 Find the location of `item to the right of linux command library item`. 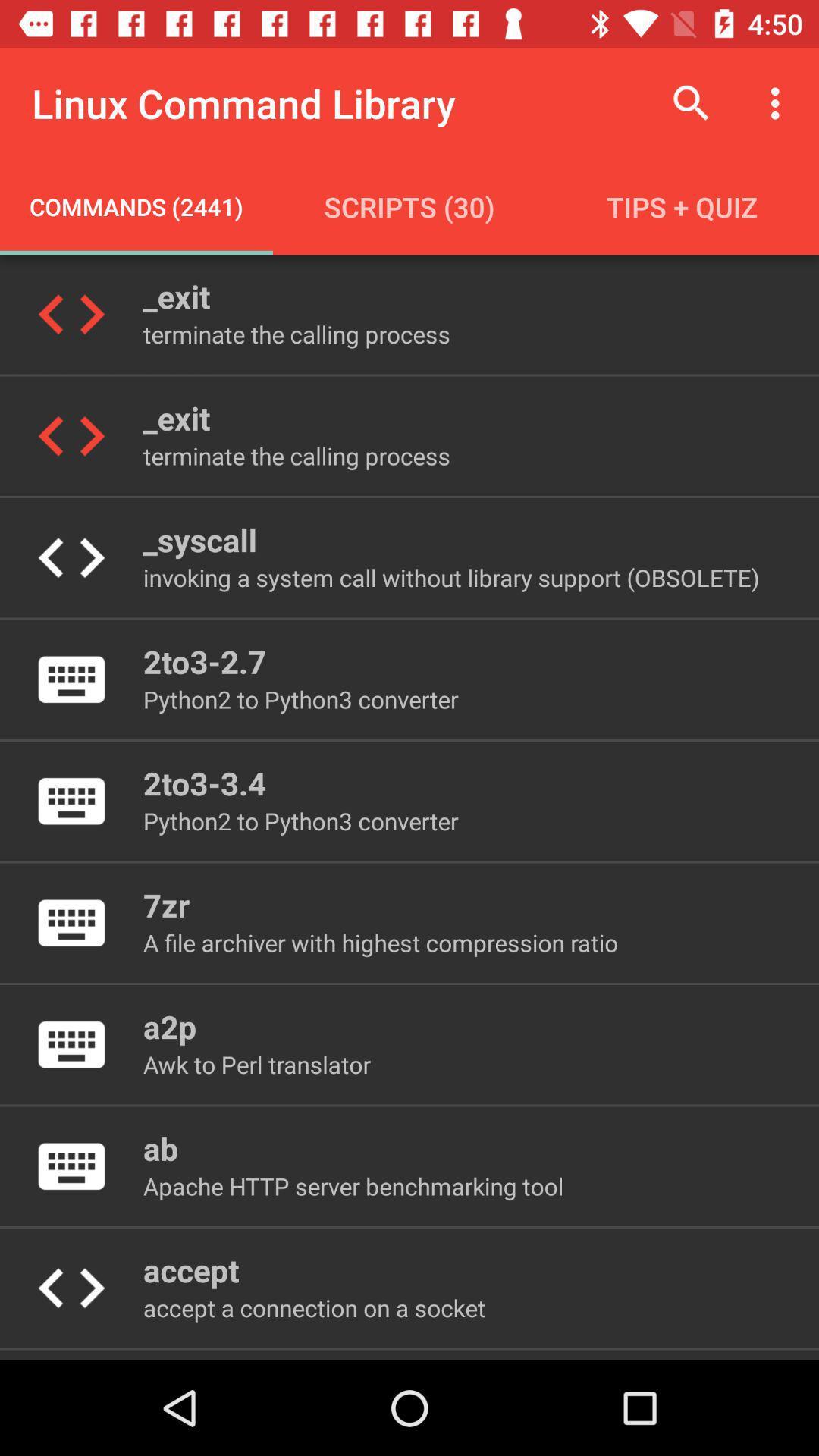

item to the right of linux command library item is located at coordinates (691, 102).